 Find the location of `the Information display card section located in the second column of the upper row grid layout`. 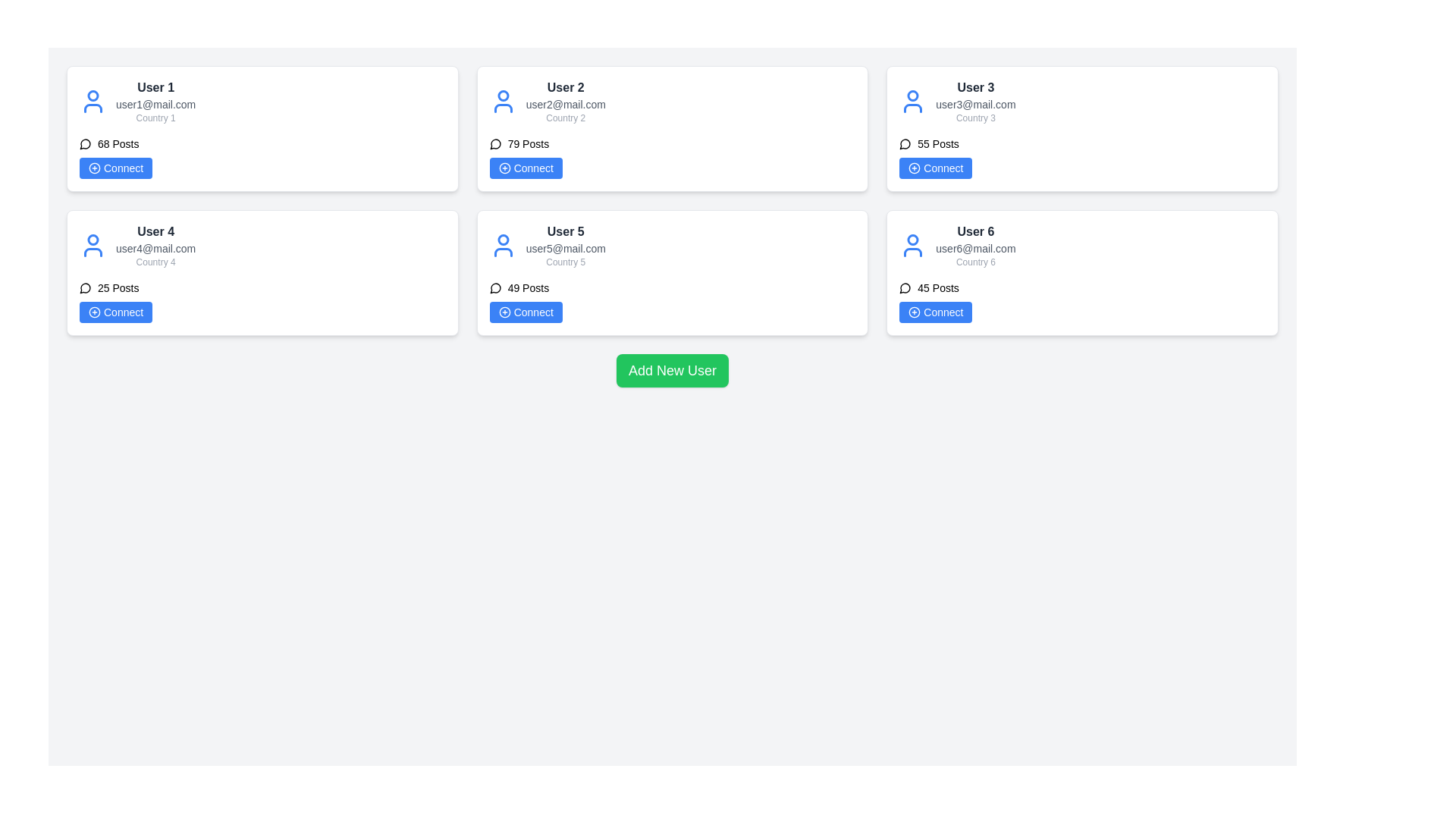

the Information display card section located in the second column of the upper row grid layout is located at coordinates (672, 102).